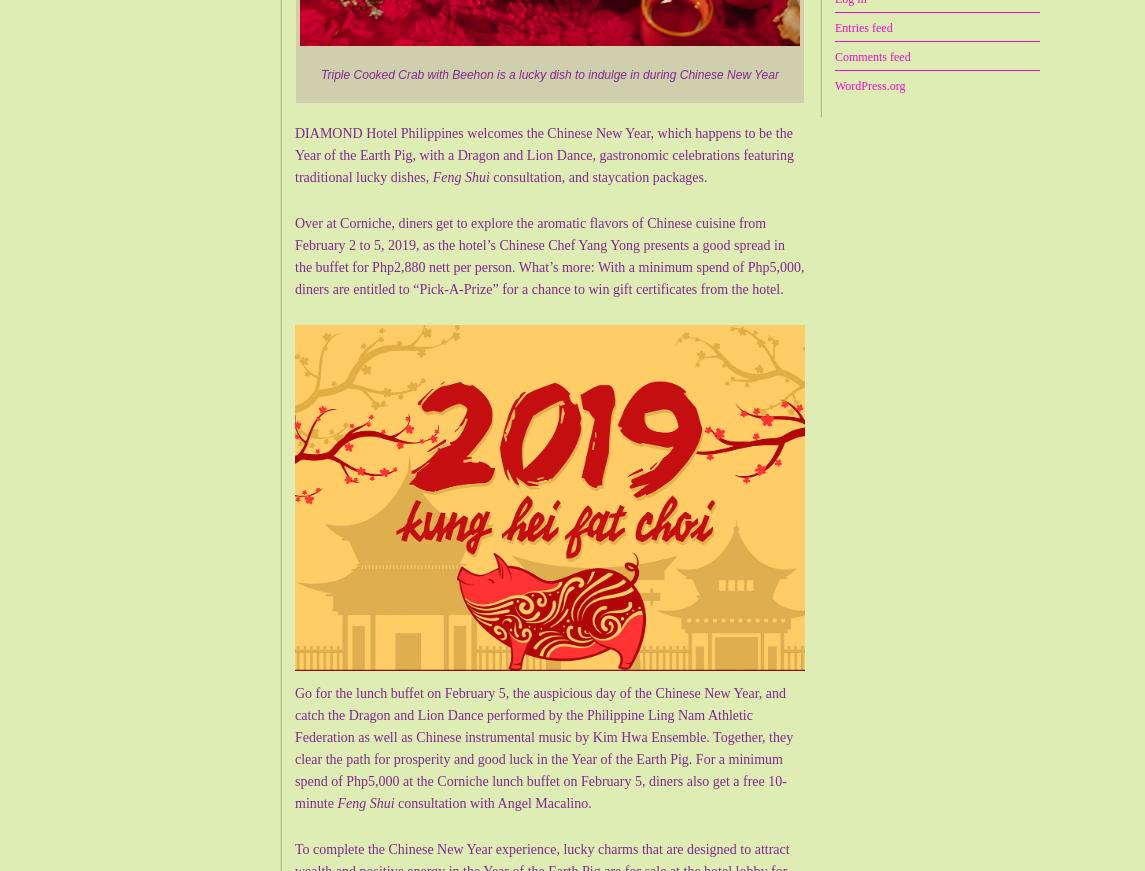  I want to click on 'Triple Cooked Crab with Beehon is a lucky dish to indulge in during Chinese New Year', so click(319, 73).